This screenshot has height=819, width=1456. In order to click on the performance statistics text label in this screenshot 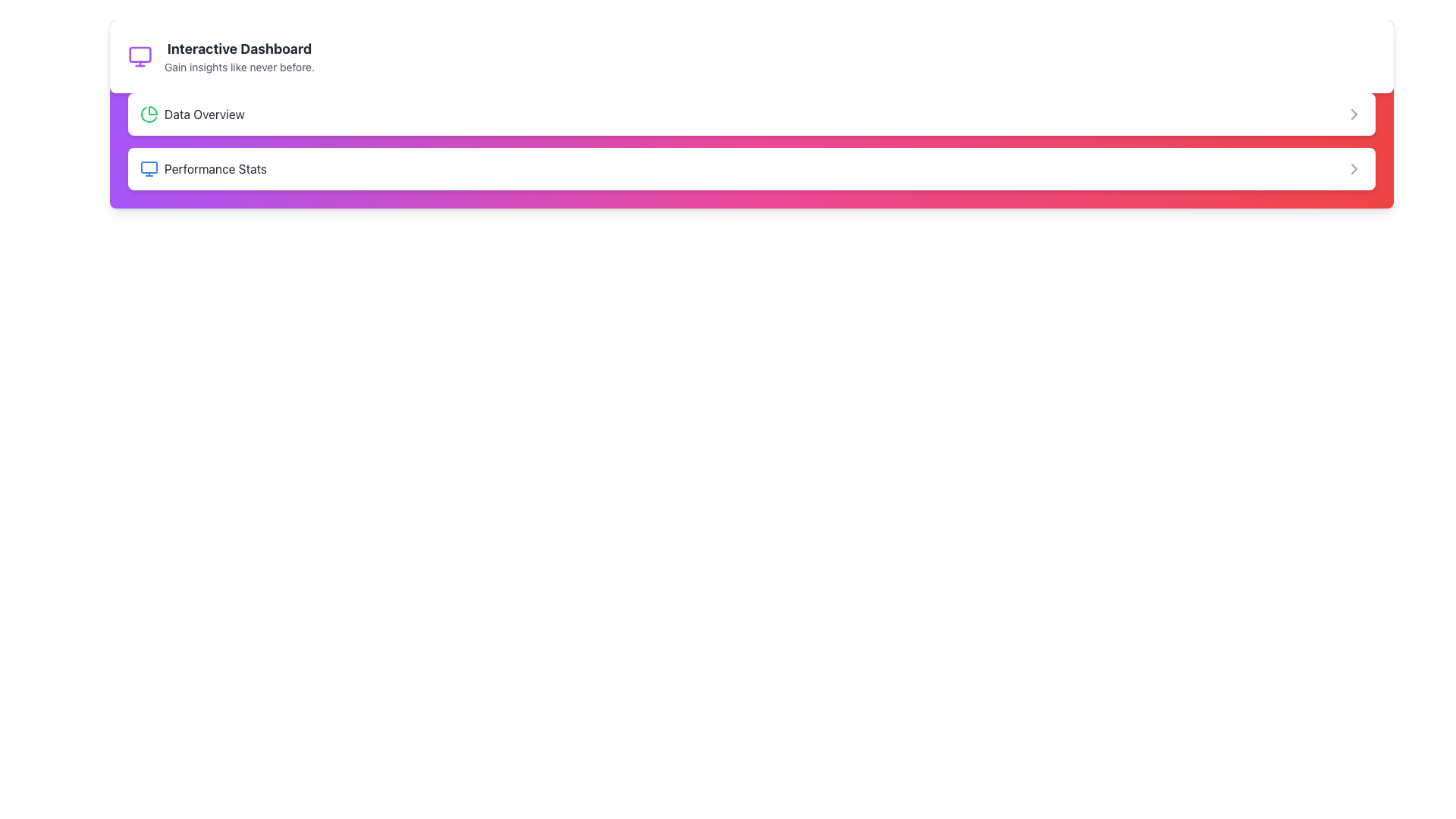, I will do `click(215, 169)`.